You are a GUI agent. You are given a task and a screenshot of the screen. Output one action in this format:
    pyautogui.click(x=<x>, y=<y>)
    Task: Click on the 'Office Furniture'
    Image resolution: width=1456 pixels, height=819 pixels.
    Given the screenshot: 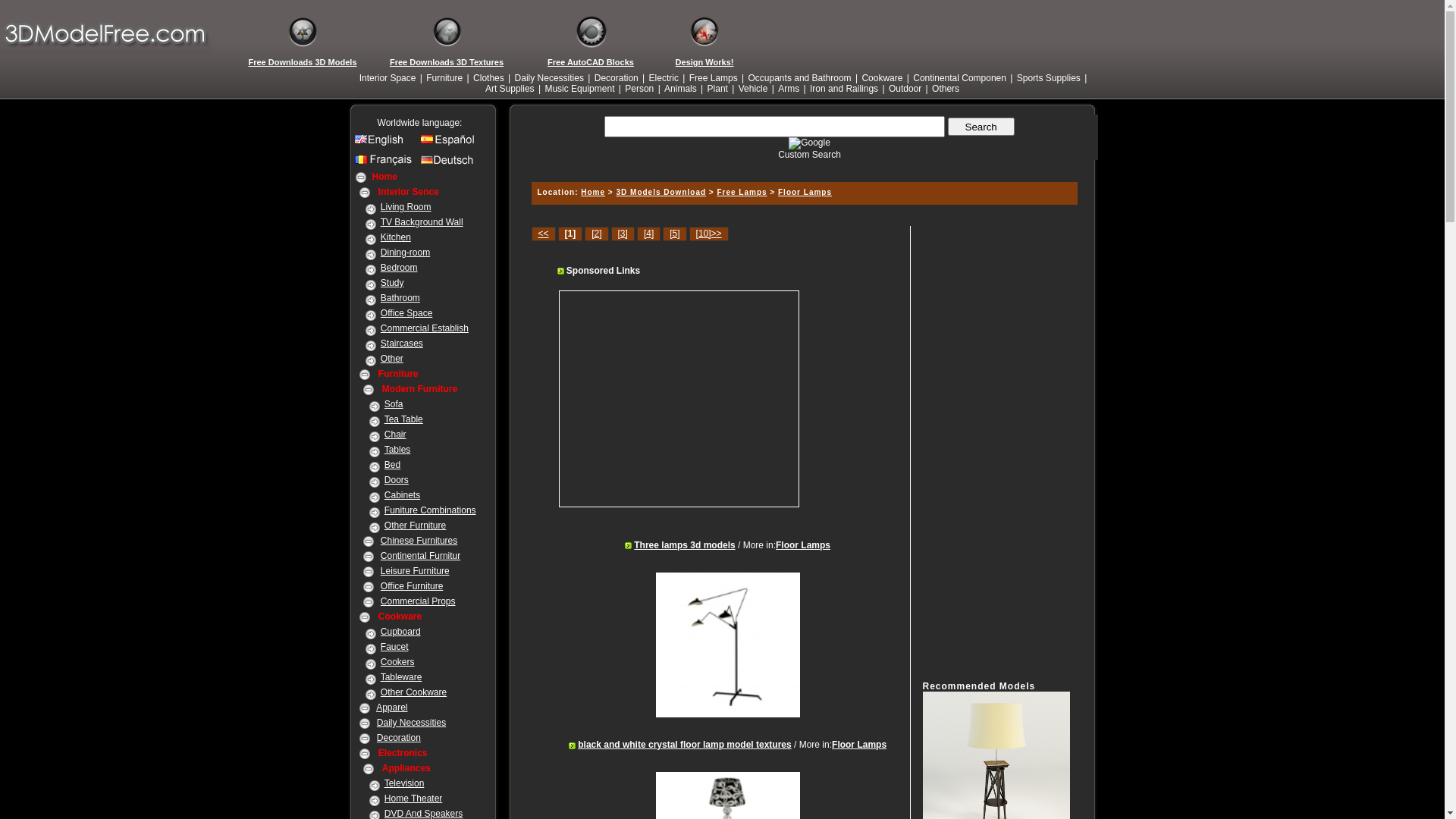 What is the action you would take?
    pyautogui.click(x=411, y=585)
    